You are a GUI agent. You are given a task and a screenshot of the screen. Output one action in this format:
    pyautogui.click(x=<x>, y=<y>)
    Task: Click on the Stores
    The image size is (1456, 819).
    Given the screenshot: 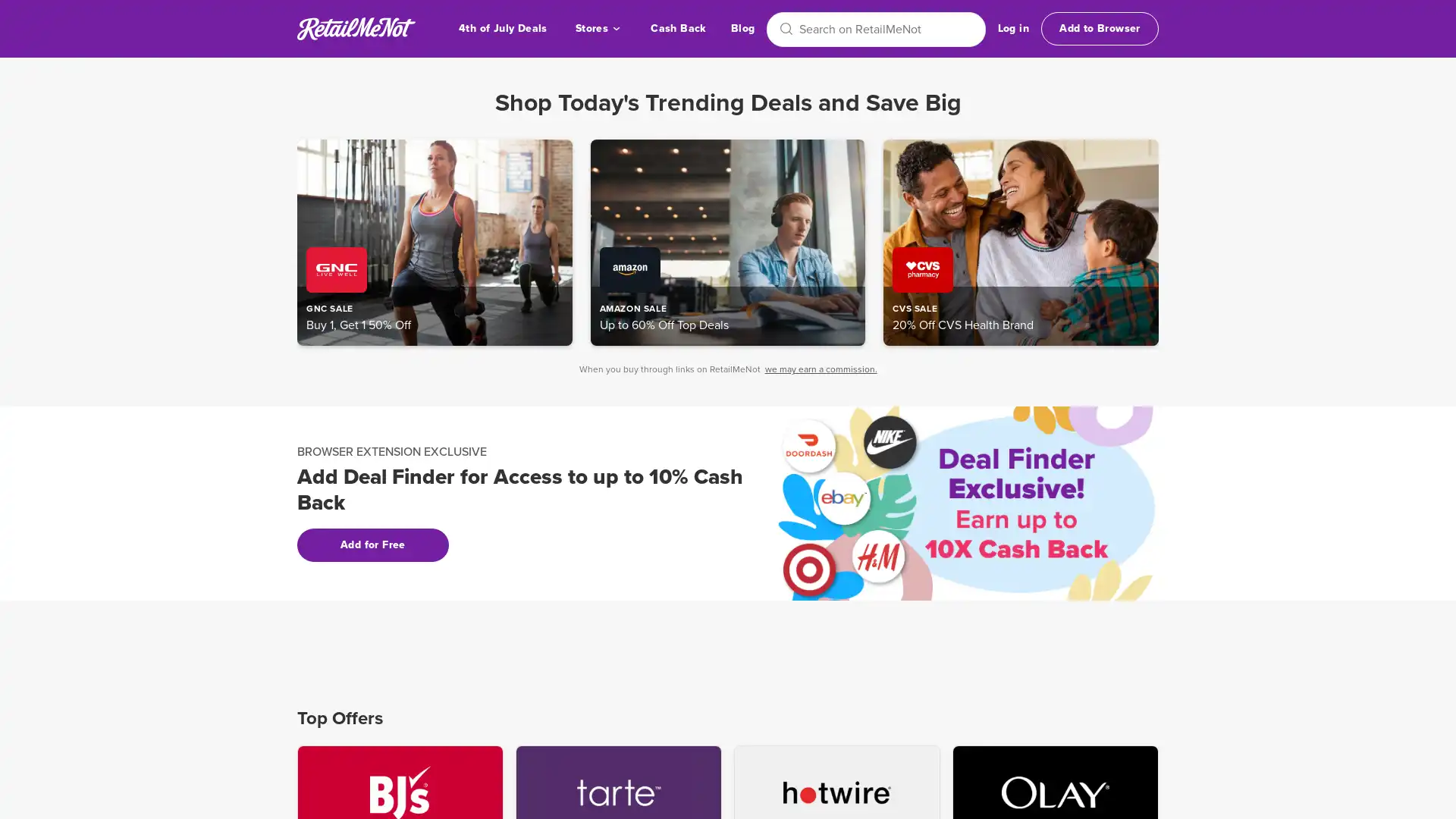 What is the action you would take?
    pyautogui.click(x=598, y=29)
    